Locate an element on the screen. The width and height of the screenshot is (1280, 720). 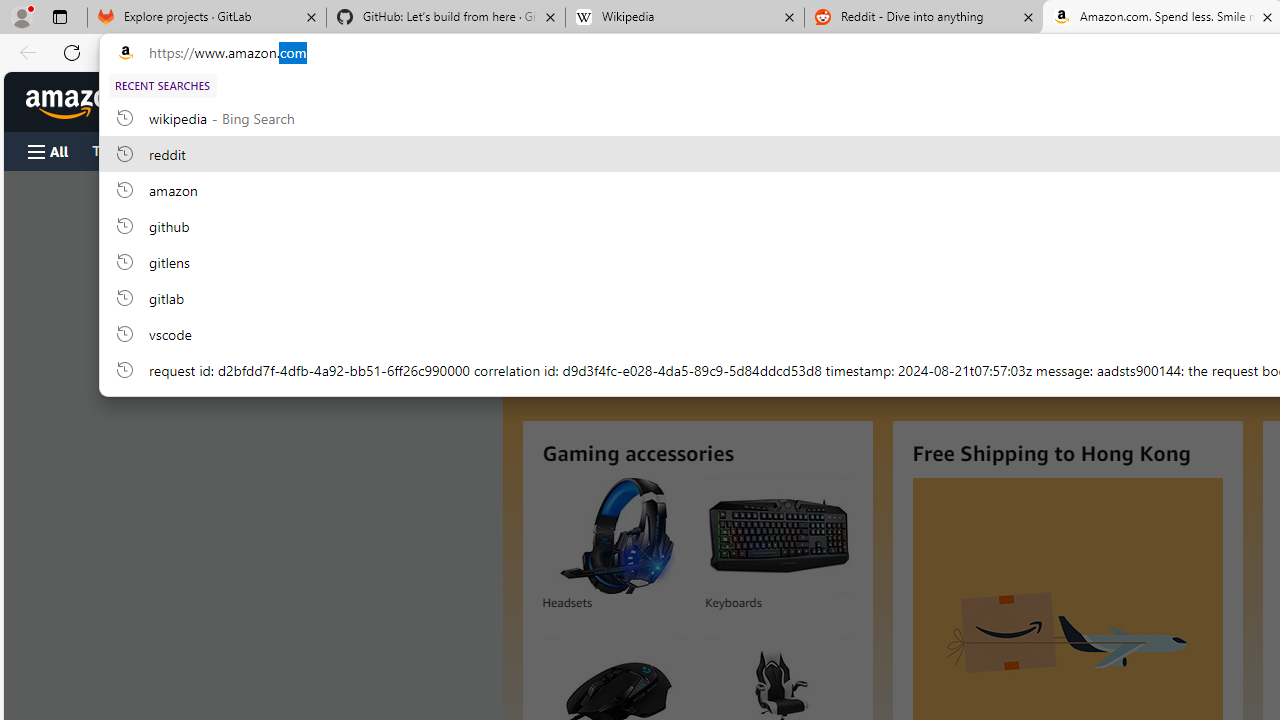
'Deliver to Hong Kong' is located at coordinates (193, 101).